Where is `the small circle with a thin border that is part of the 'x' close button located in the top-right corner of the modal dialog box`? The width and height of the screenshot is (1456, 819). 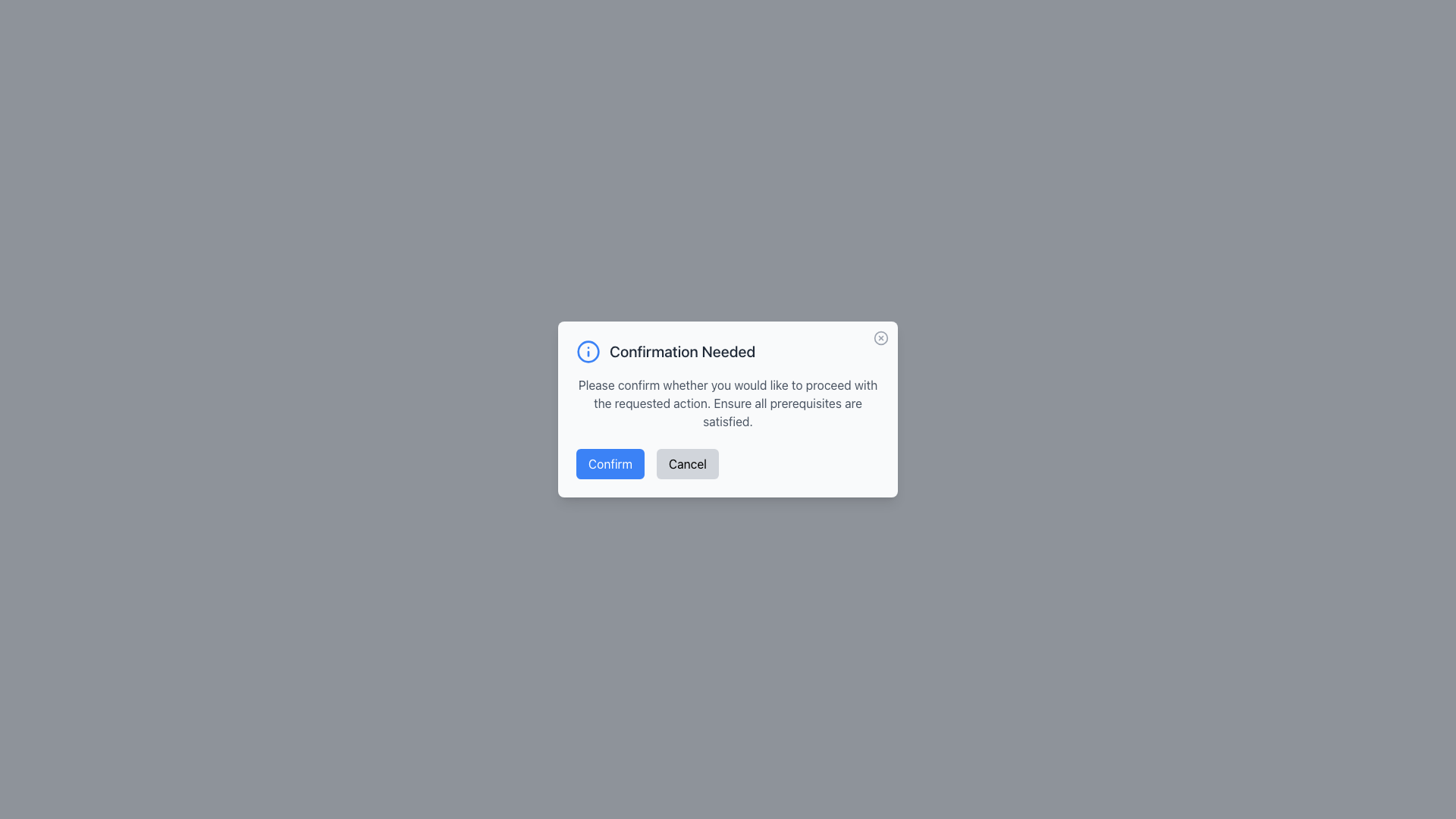 the small circle with a thin border that is part of the 'x' close button located in the top-right corner of the modal dialog box is located at coordinates (880, 337).